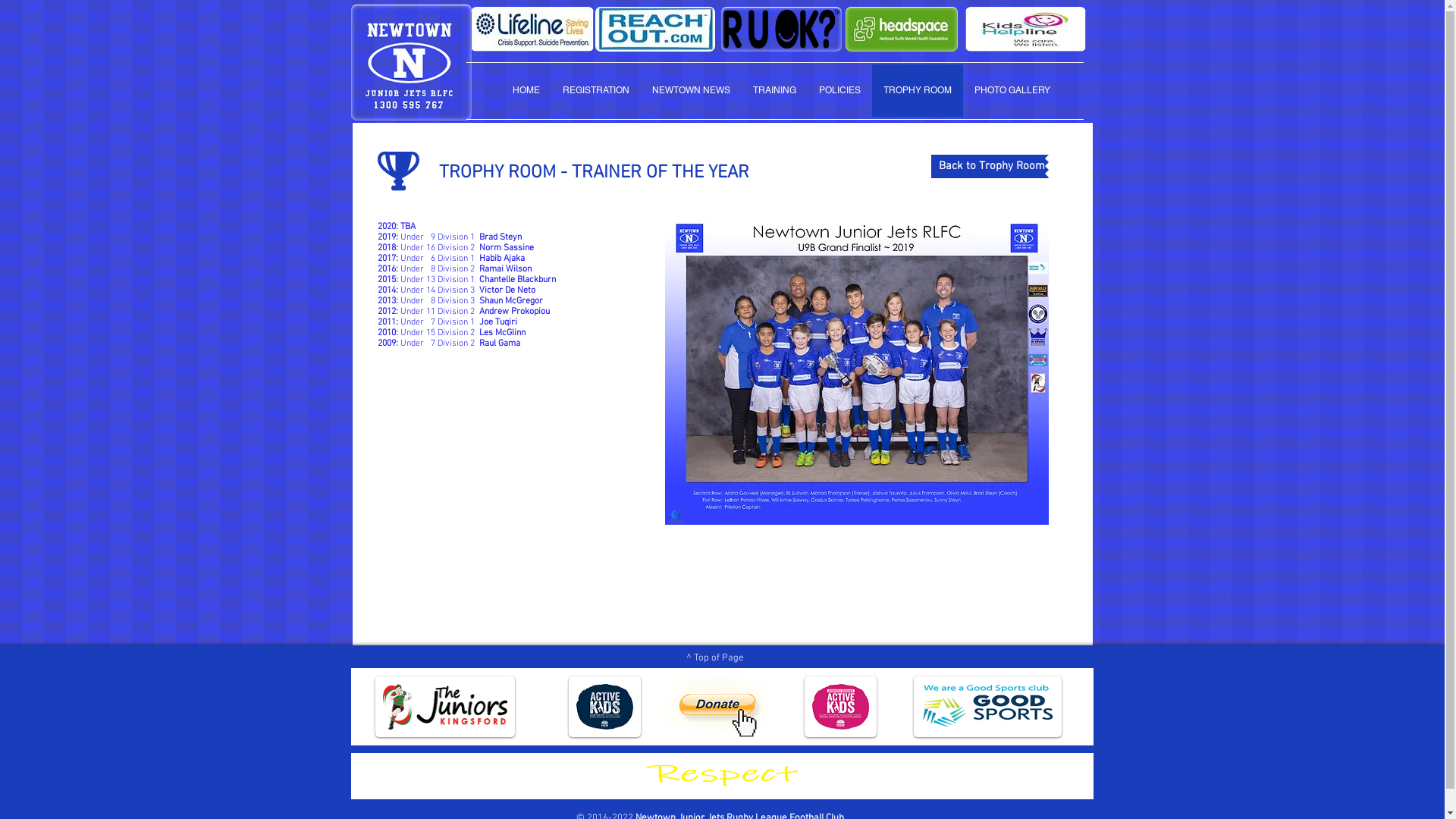 Image resolution: width=1456 pixels, height=819 pixels. I want to click on 'HOME', so click(525, 90).